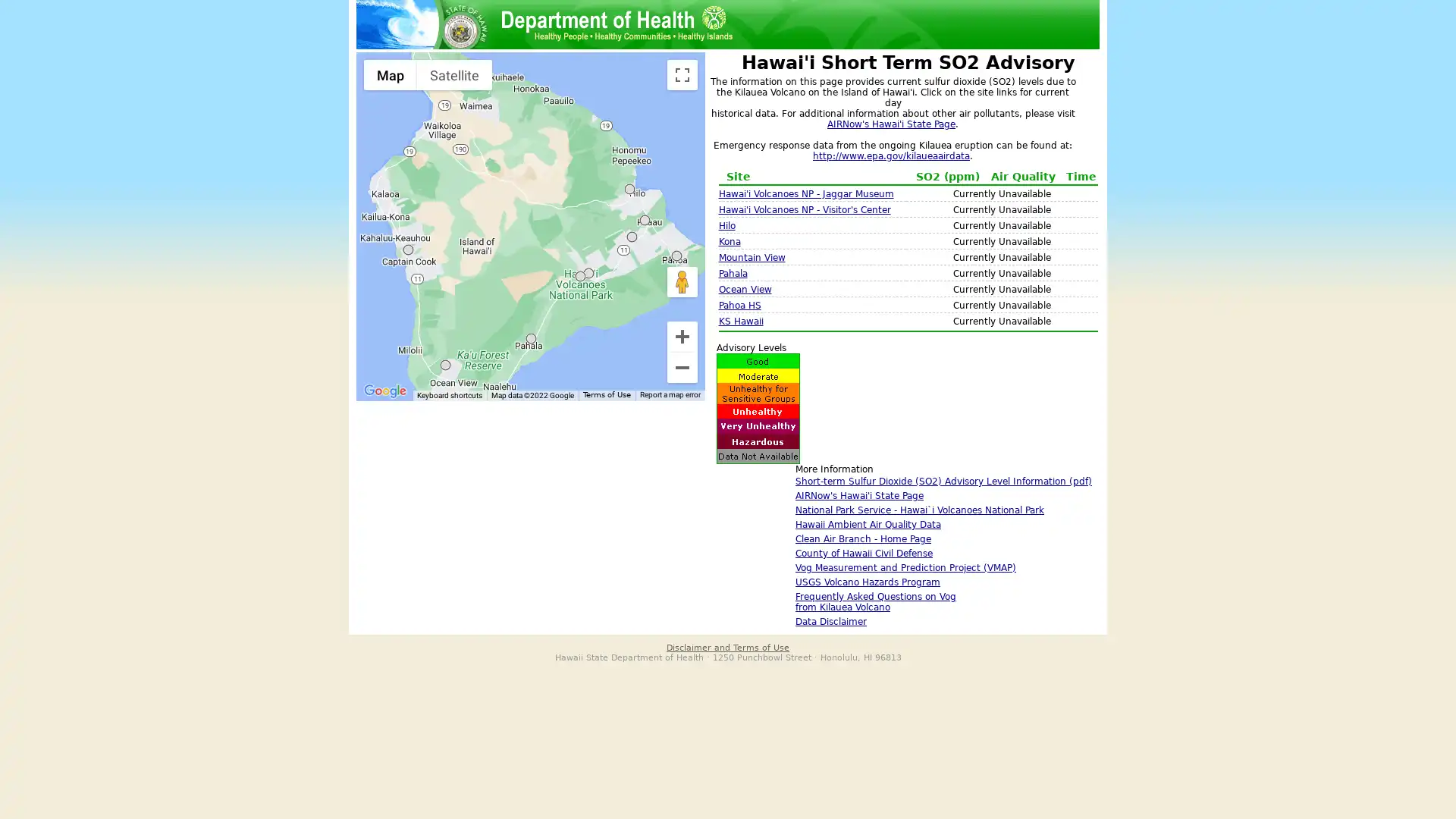  I want to click on KS Hawaii: No Data, so click(645, 220).